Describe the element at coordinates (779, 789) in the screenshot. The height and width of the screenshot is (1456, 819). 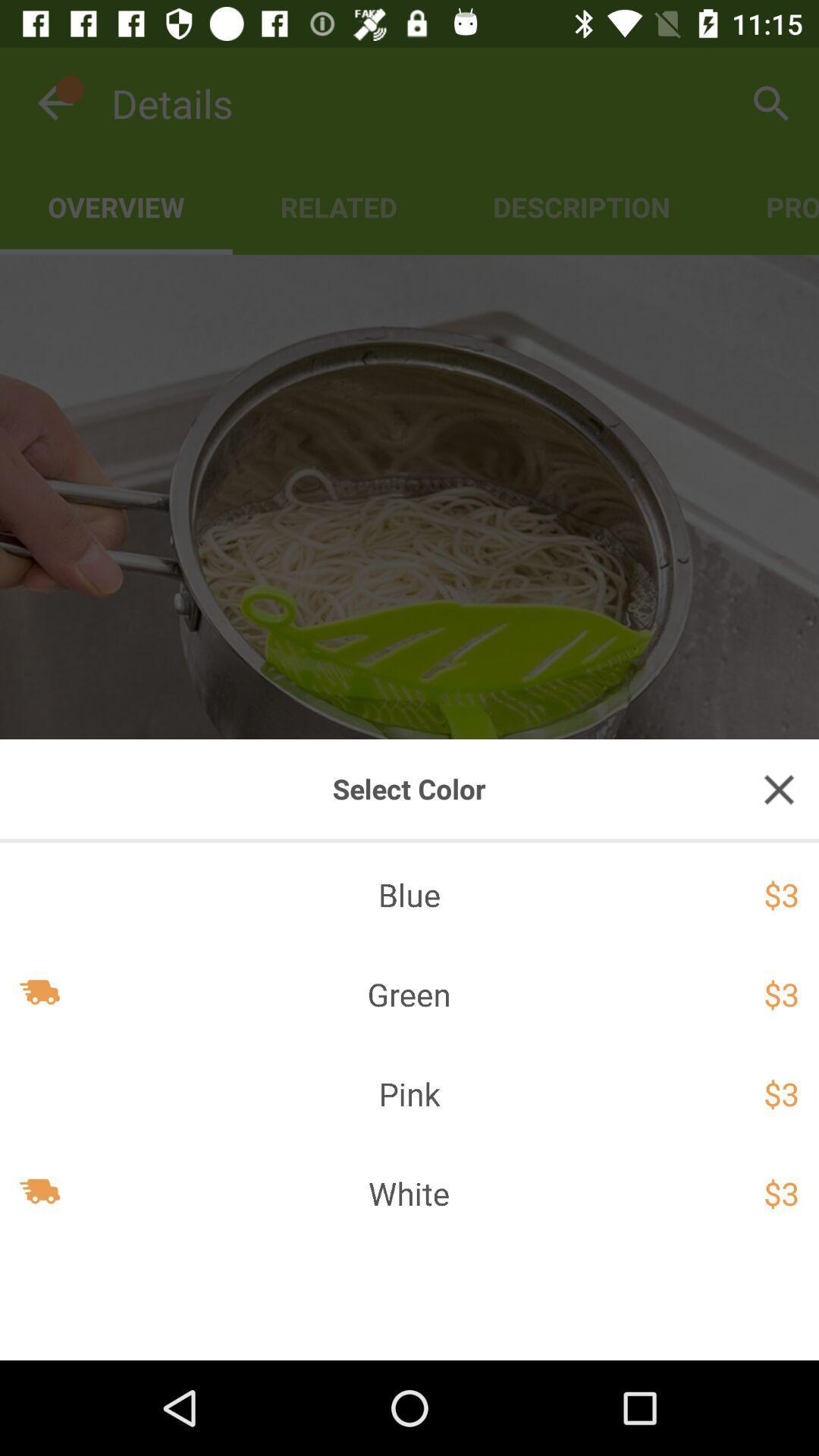
I see `the close icon` at that location.